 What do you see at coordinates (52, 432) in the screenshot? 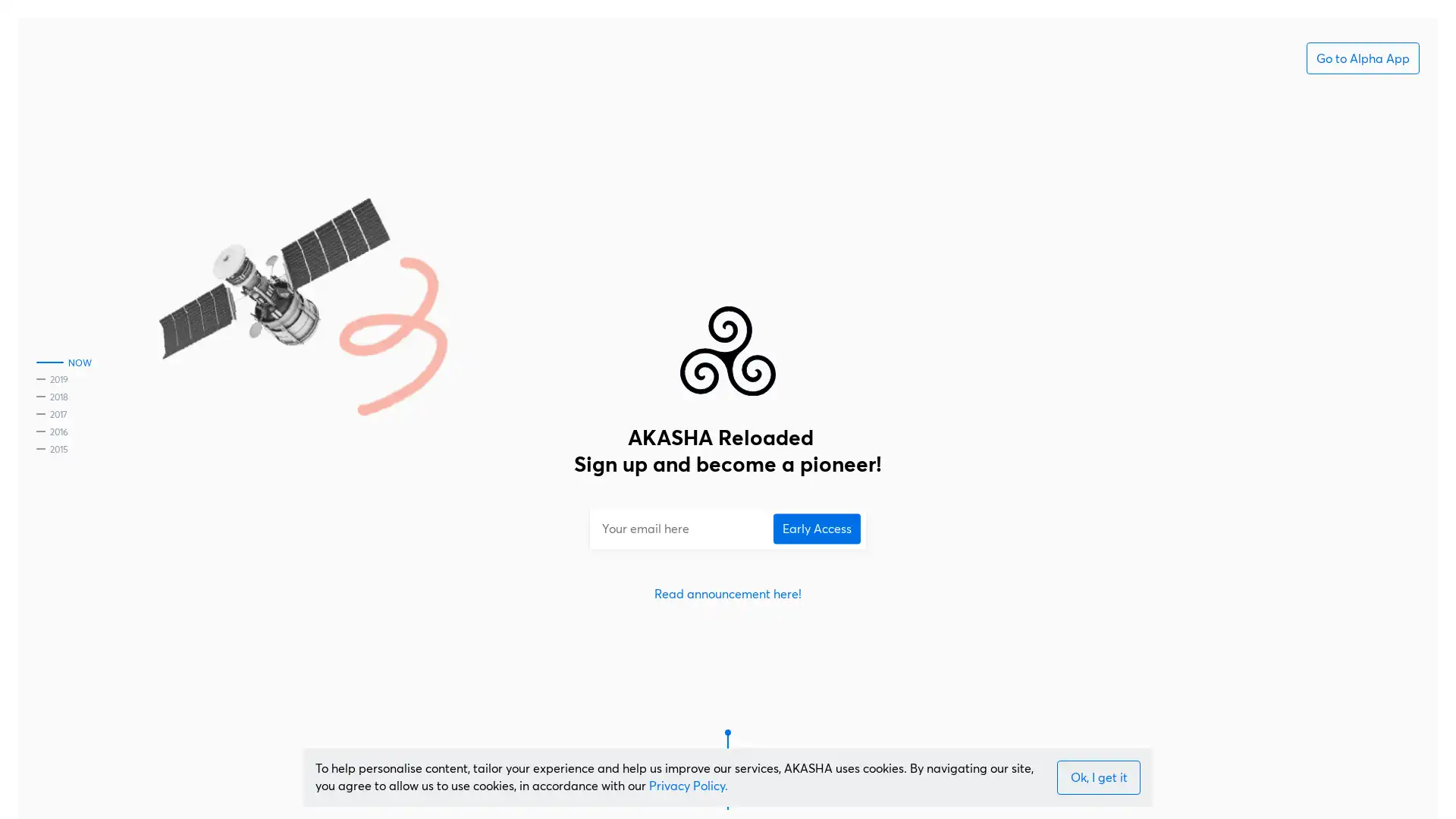
I see `2016` at bounding box center [52, 432].